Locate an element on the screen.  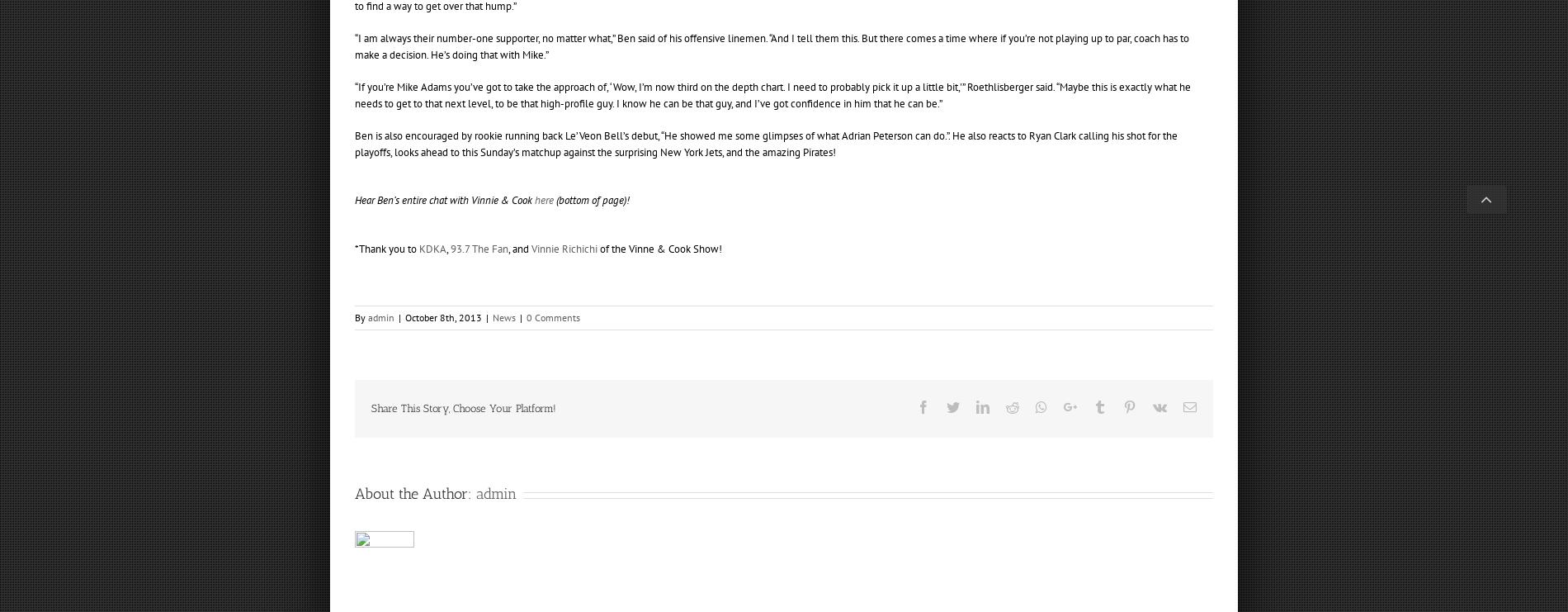
'Vinnie Richichi' is located at coordinates (531, 247).